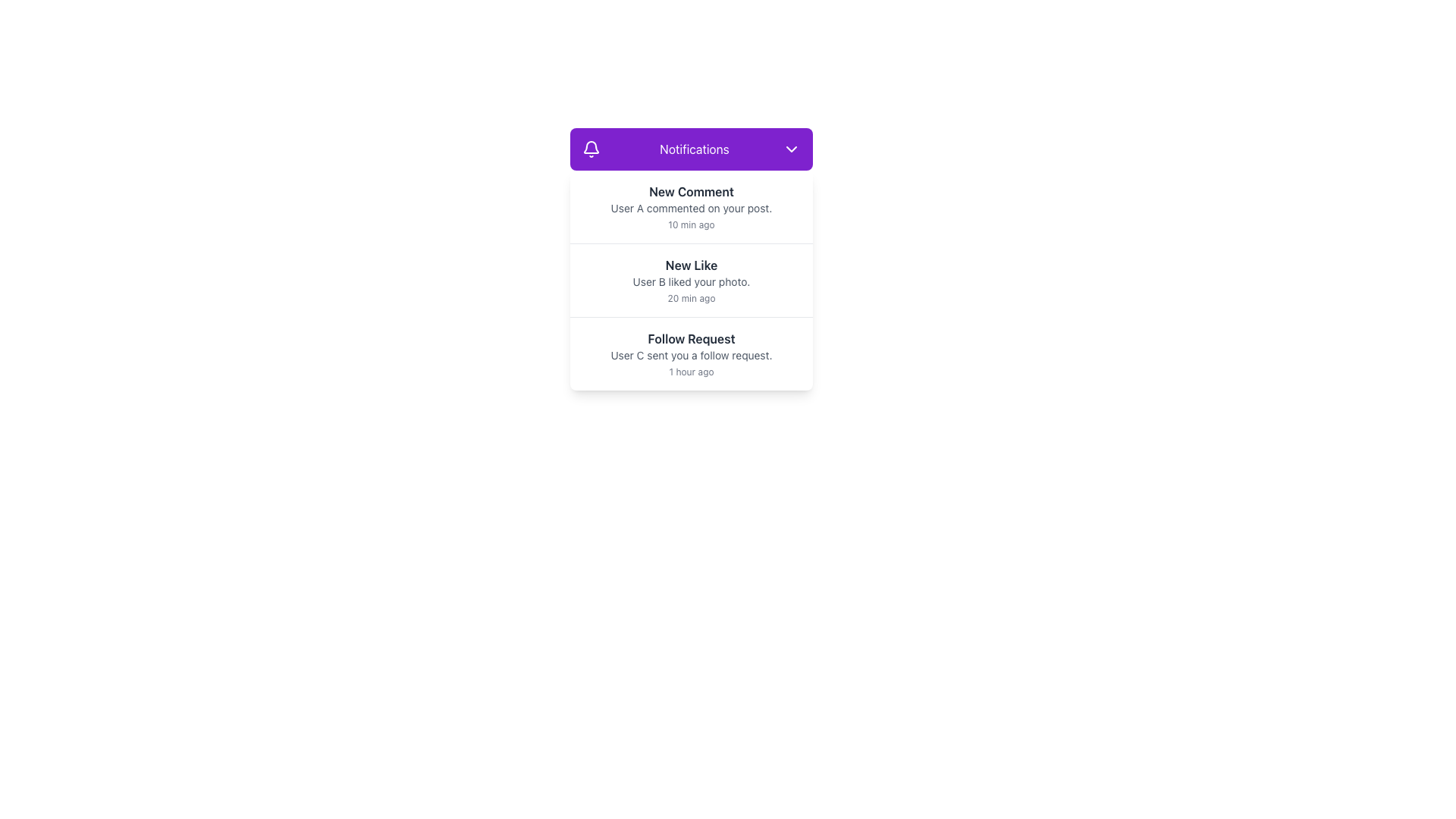  Describe the element at coordinates (691, 281) in the screenshot. I see `information displayed in the 'New Like' notification entry that states 'User B liked your photo.' and '20 min ago'` at that location.